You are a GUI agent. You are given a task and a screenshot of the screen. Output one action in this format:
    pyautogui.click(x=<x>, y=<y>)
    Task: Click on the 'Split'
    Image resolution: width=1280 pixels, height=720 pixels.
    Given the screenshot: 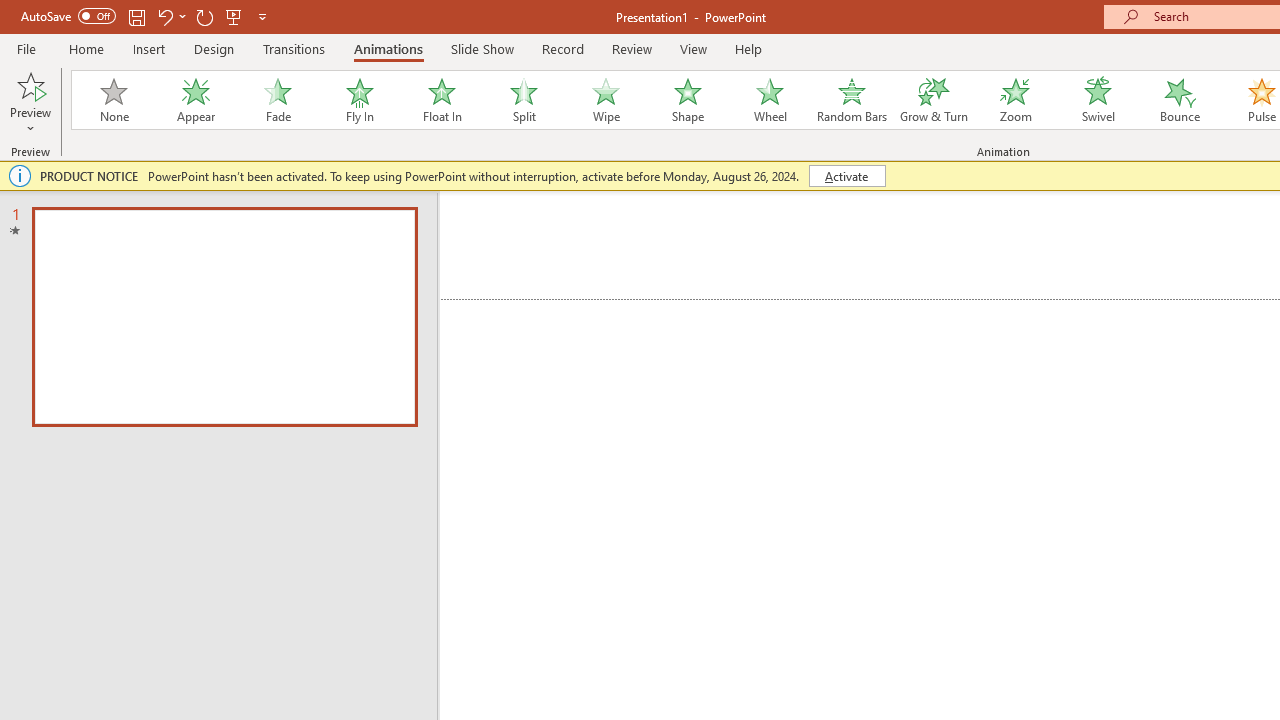 What is the action you would take?
    pyautogui.click(x=523, y=100)
    